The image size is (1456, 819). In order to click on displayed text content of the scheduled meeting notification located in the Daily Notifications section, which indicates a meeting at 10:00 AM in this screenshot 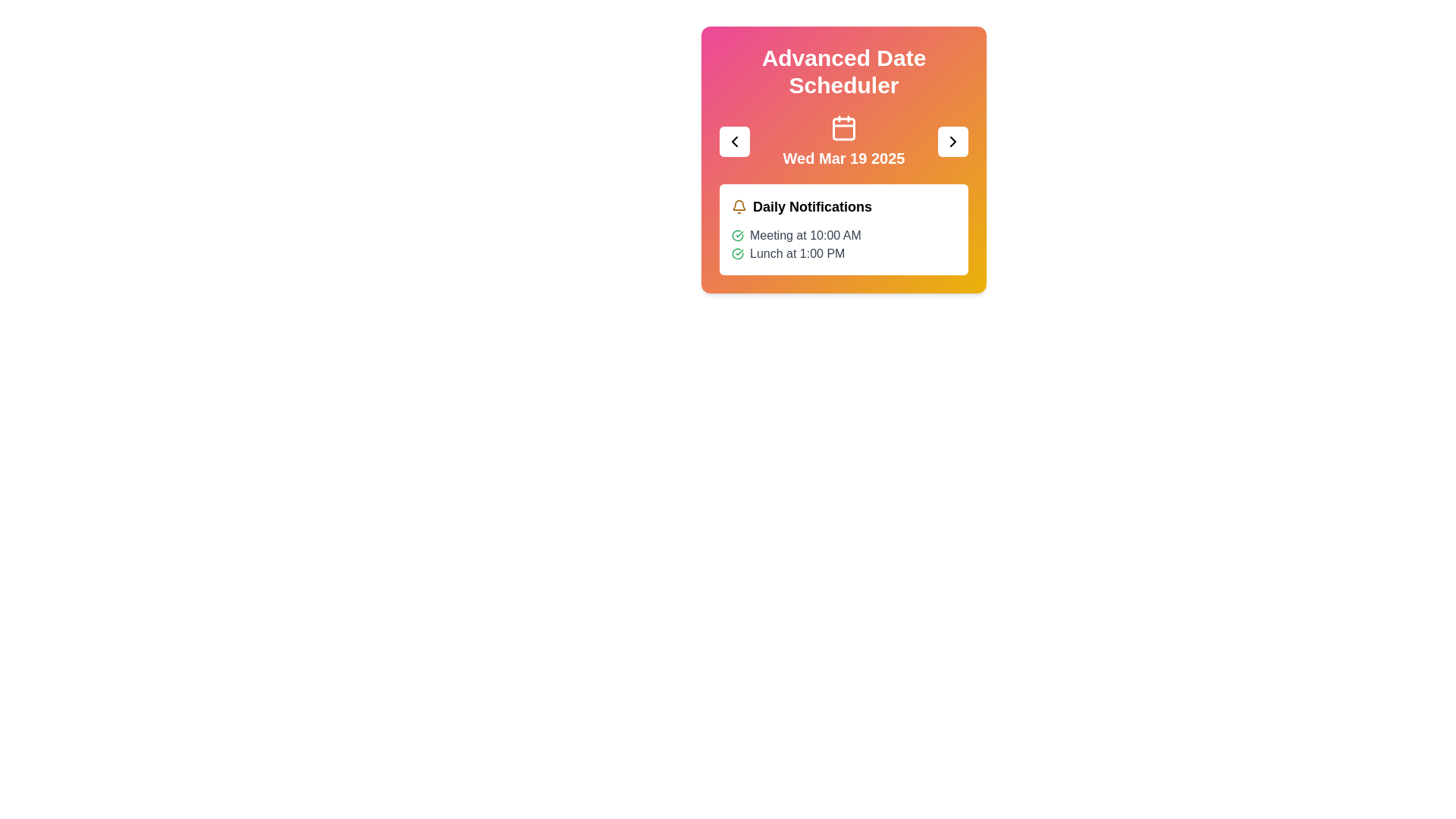, I will do `click(843, 236)`.